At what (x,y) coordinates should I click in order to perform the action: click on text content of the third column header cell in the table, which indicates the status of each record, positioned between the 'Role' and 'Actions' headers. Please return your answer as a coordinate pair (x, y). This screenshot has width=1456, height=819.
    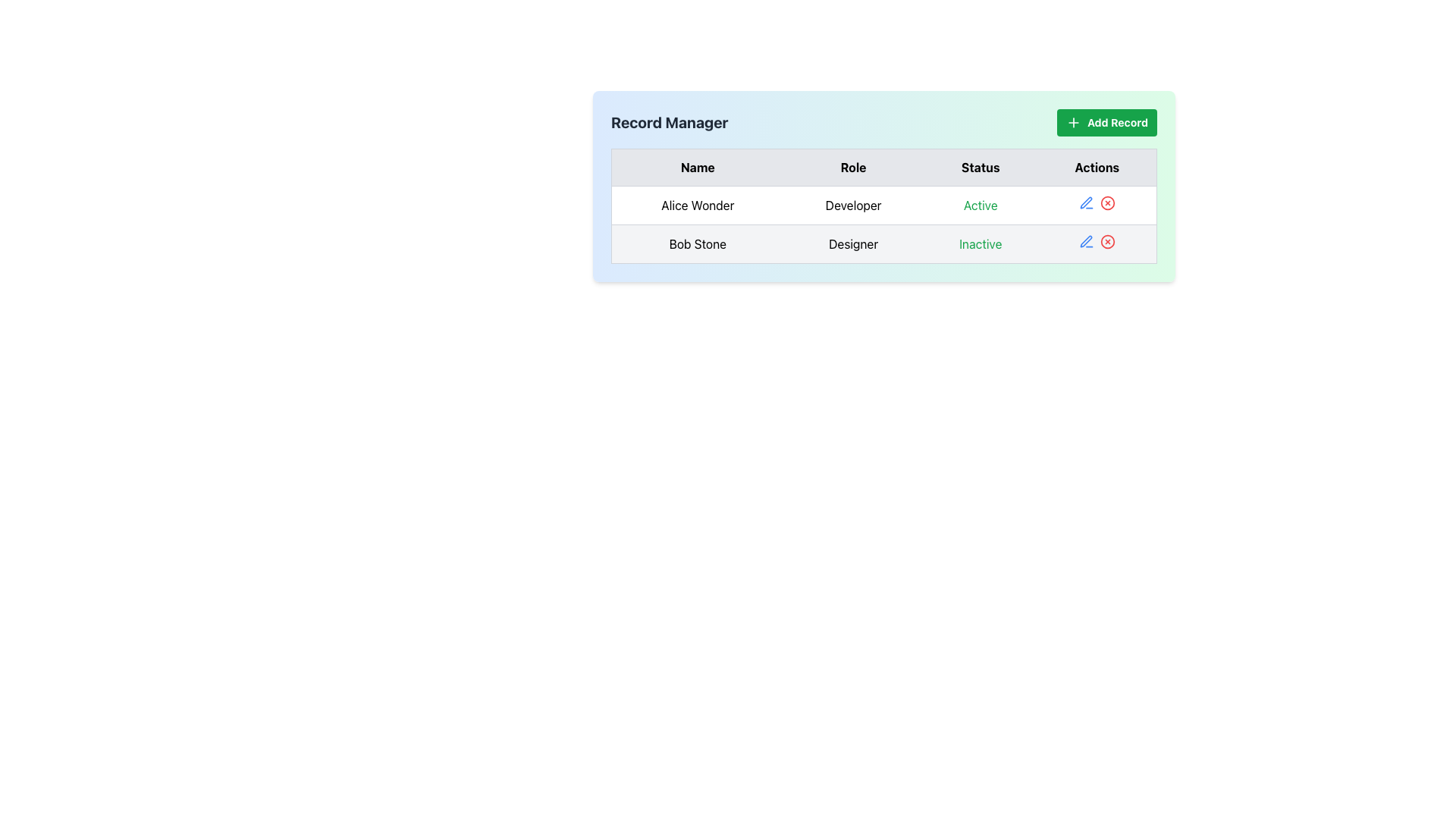
    Looking at the image, I should click on (981, 167).